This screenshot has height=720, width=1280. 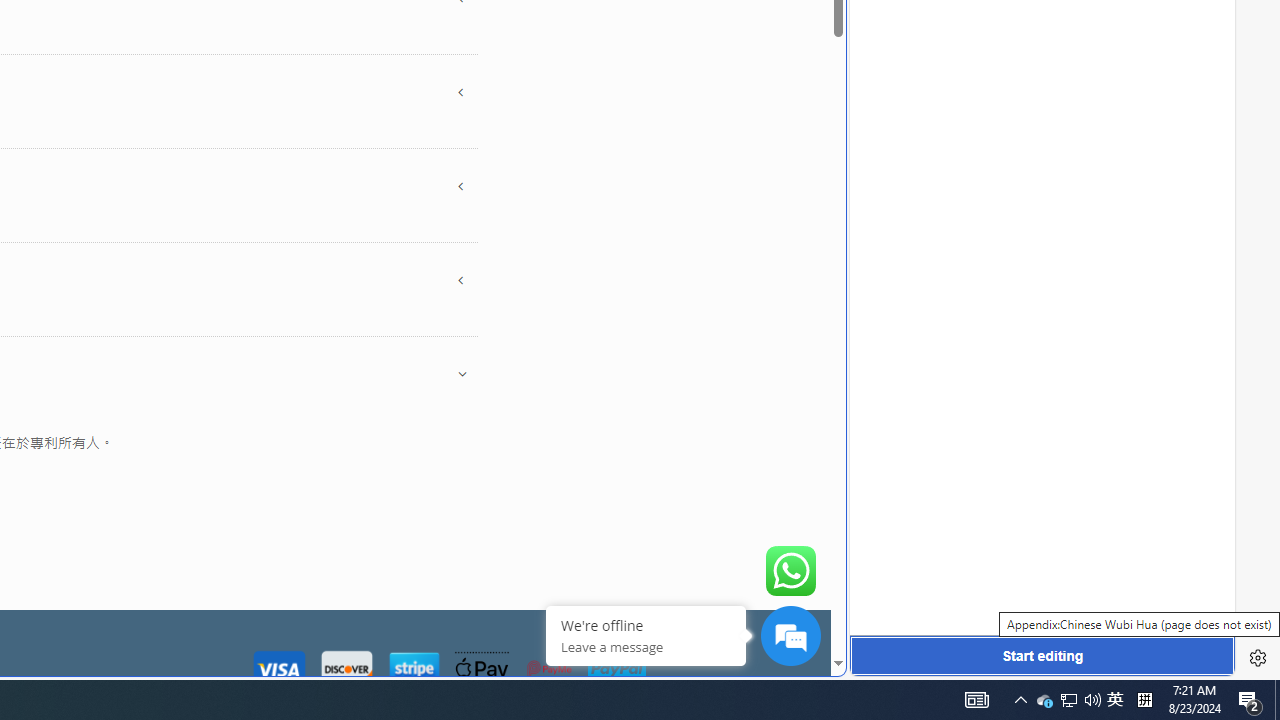 I want to click on 'Start editing', so click(x=1041, y=655).